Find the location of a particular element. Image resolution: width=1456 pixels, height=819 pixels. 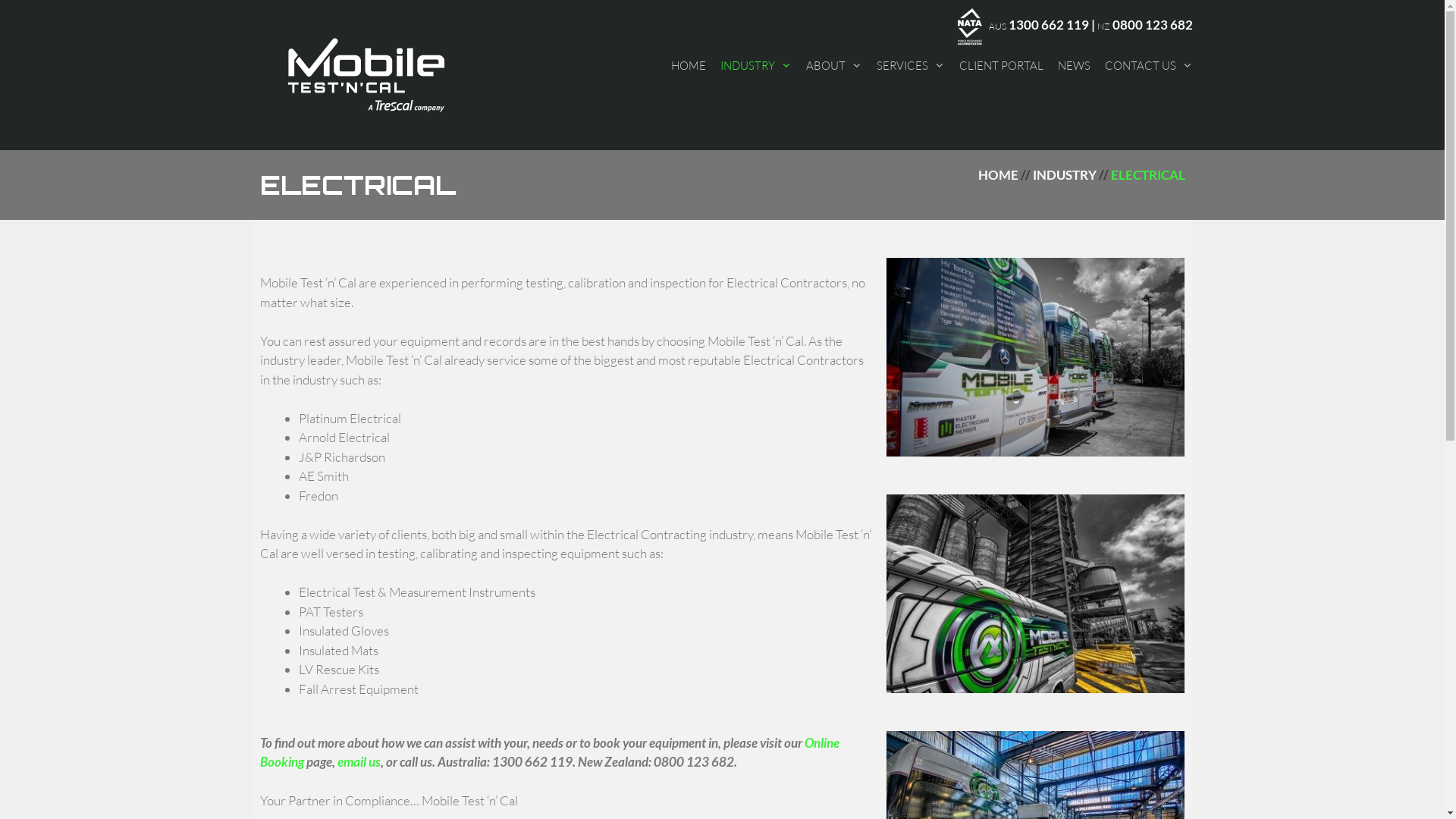

'INDUSTRY' is located at coordinates (1063, 174).